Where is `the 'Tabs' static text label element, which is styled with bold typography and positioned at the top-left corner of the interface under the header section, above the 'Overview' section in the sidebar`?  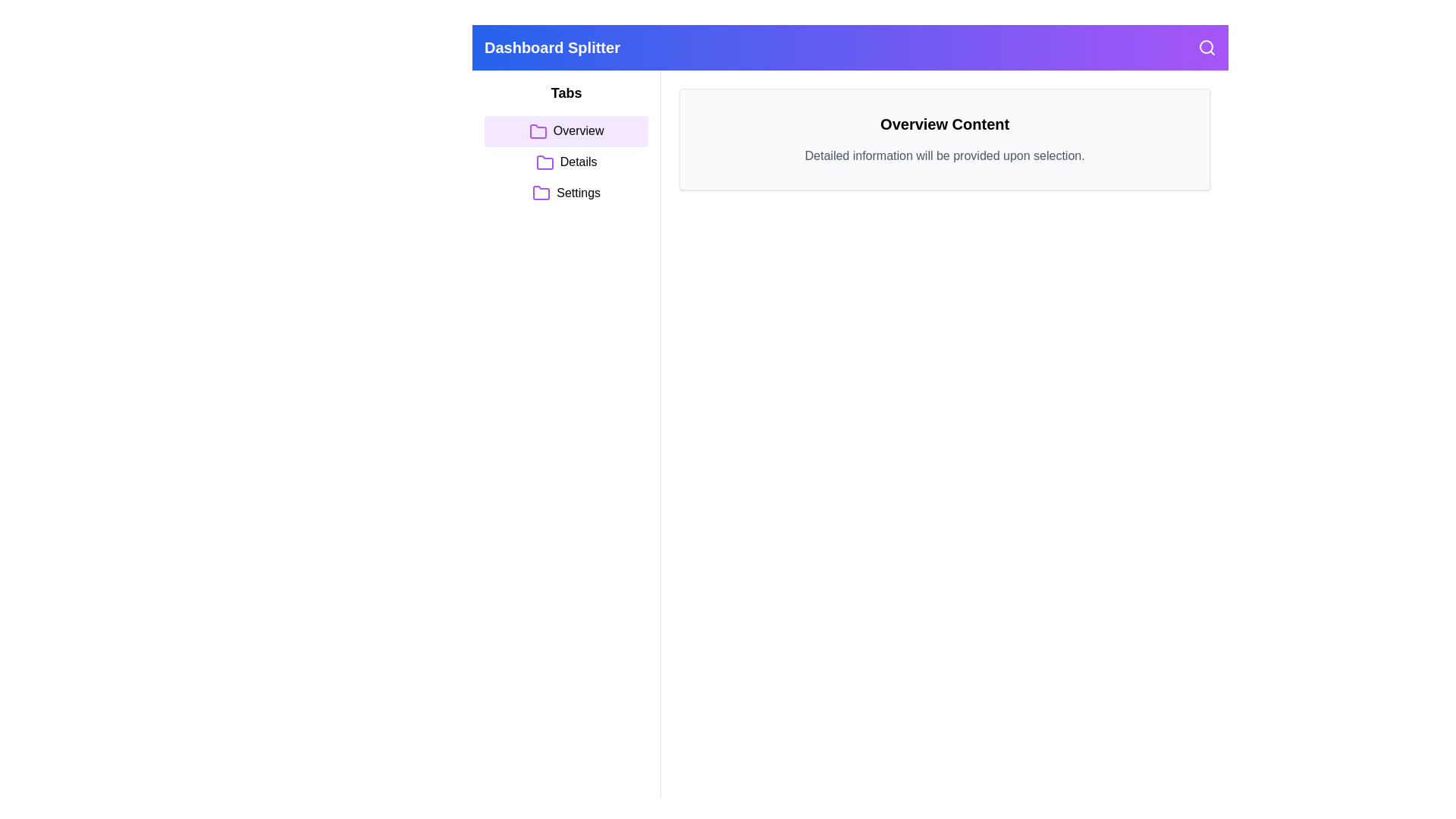 the 'Tabs' static text label element, which is styled with bold typography and positioned at the top-left corner of the interface under the header section, above the 'Overview' section in the sidebar is located at coordinates (566, 93).